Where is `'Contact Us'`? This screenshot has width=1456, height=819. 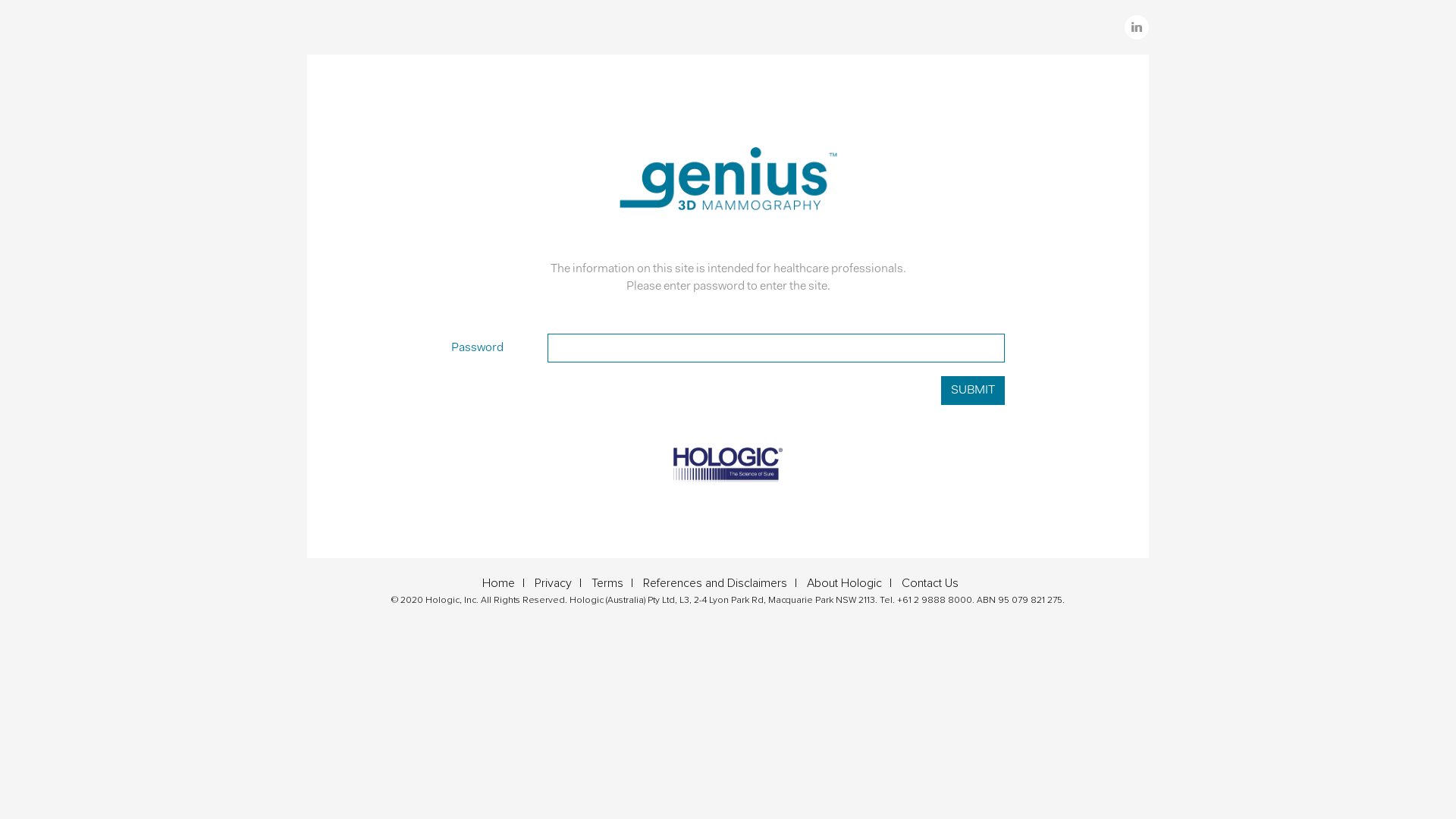 'Contact Us' is located at coordinates (937, 582).